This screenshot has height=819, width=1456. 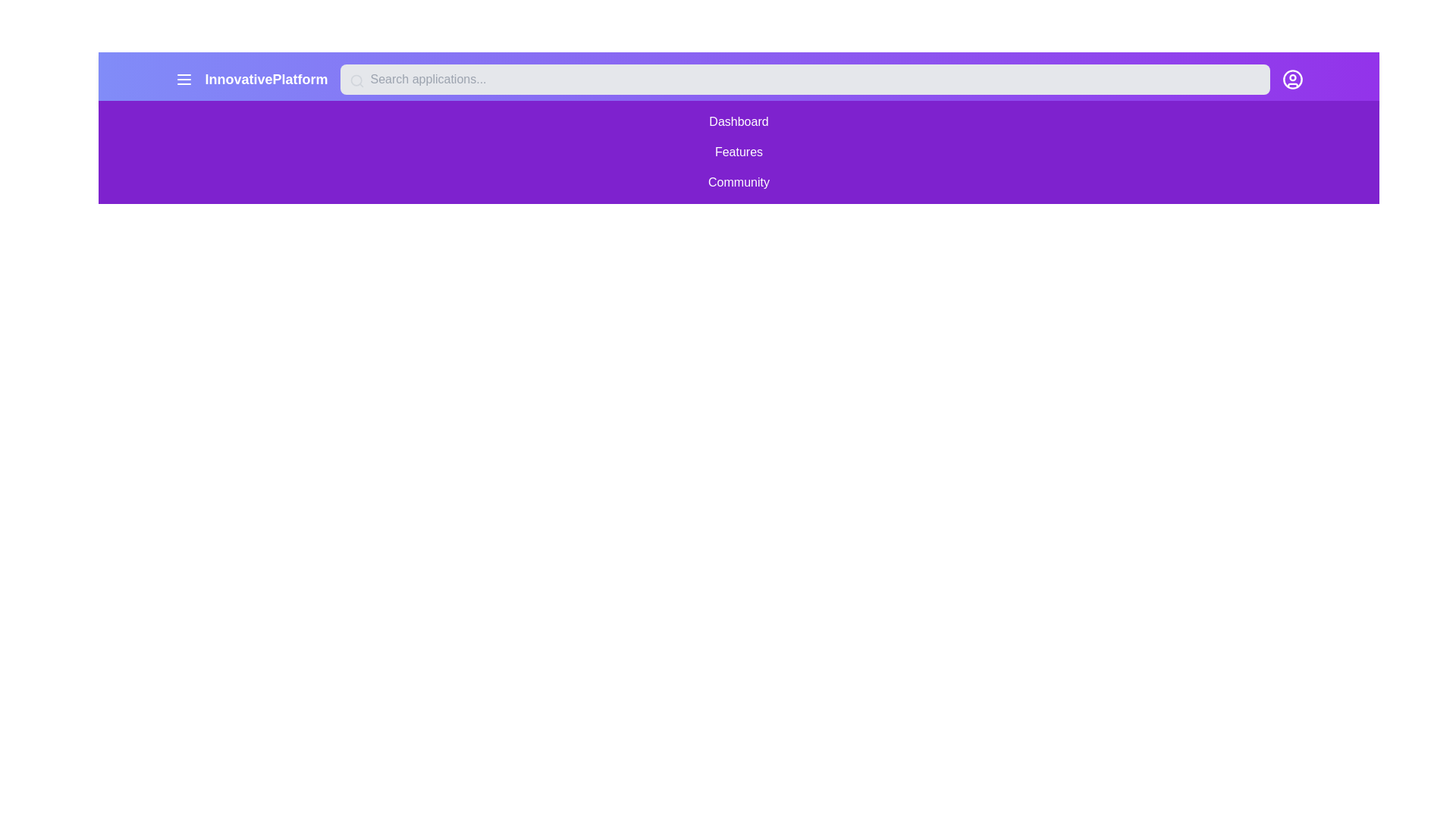 What do you see at coordinates (739, 181) in the screenshot?
I see `the menu item Community from the open menu` at bounding box center [739, 181].